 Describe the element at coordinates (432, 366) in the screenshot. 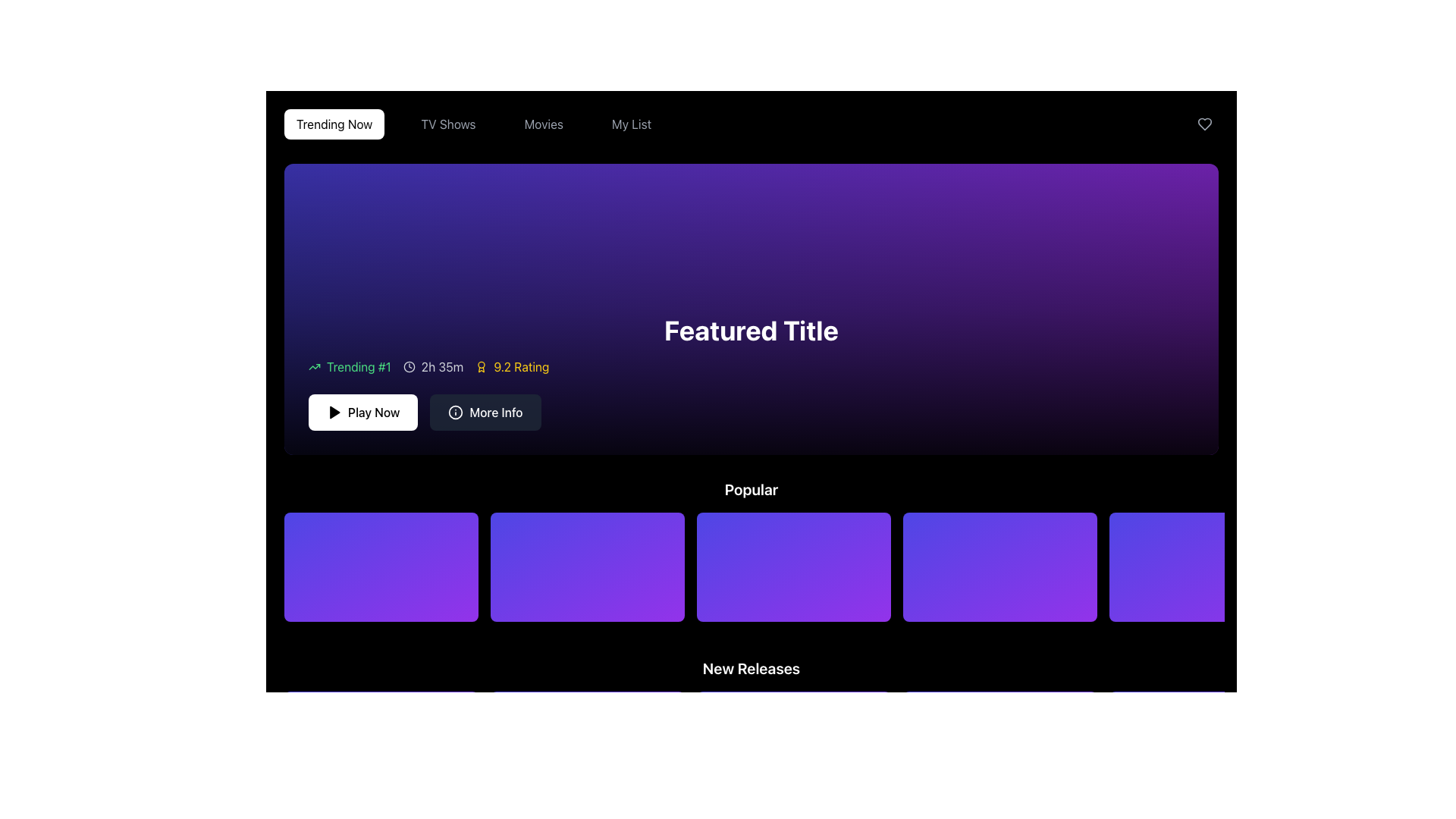

I see `the Text Label displaying the time duration, which is located between the 'Trending #1' label and the '9.2 Rating' label, under the heading 'Featured Title'` at that location.